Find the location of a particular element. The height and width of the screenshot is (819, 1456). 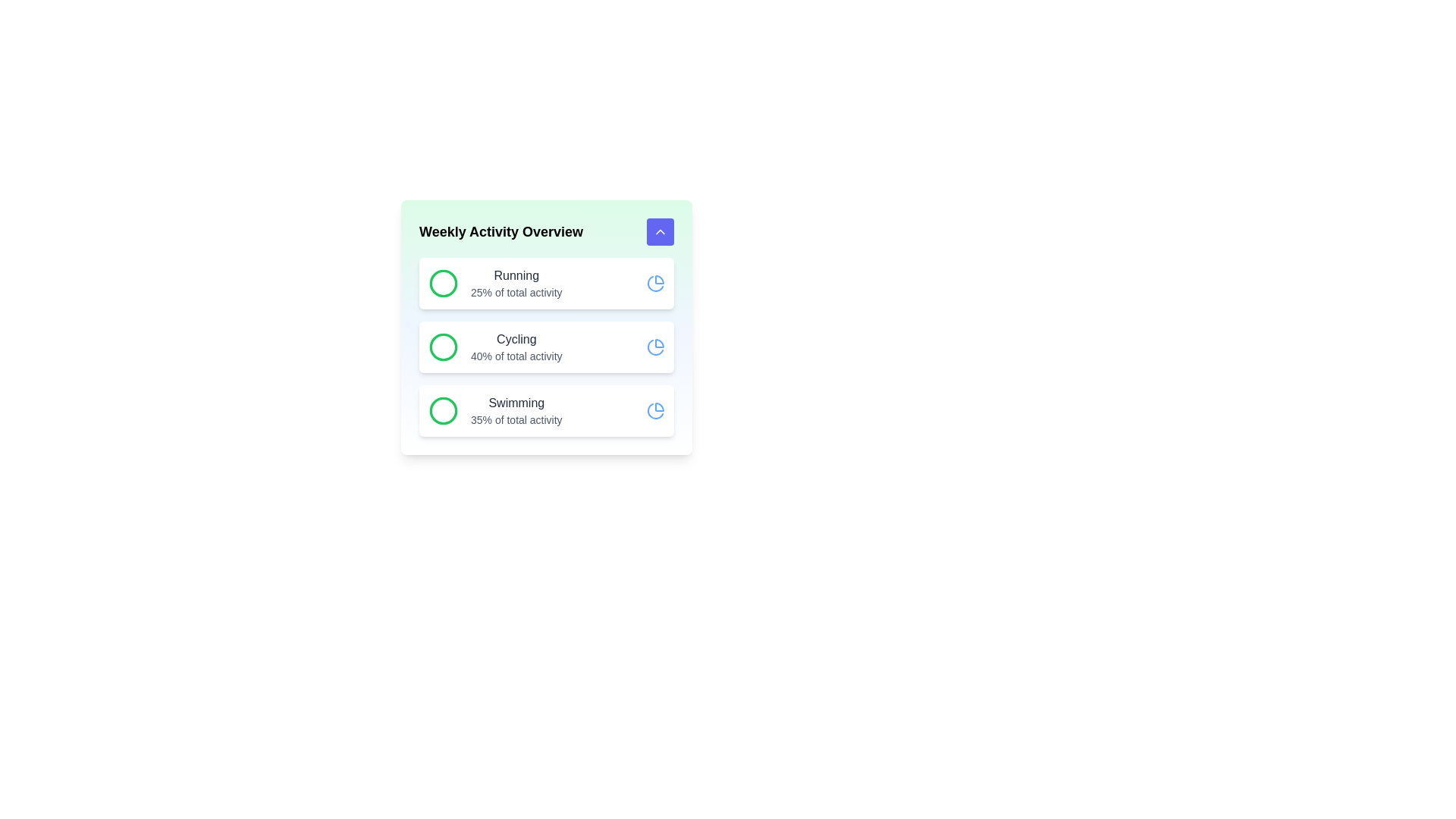

the Information display block that contains the text 'Swimming' and '35% of total activity', which is the third element in a vertical list of similar structures is located at coordinates (516, 411).